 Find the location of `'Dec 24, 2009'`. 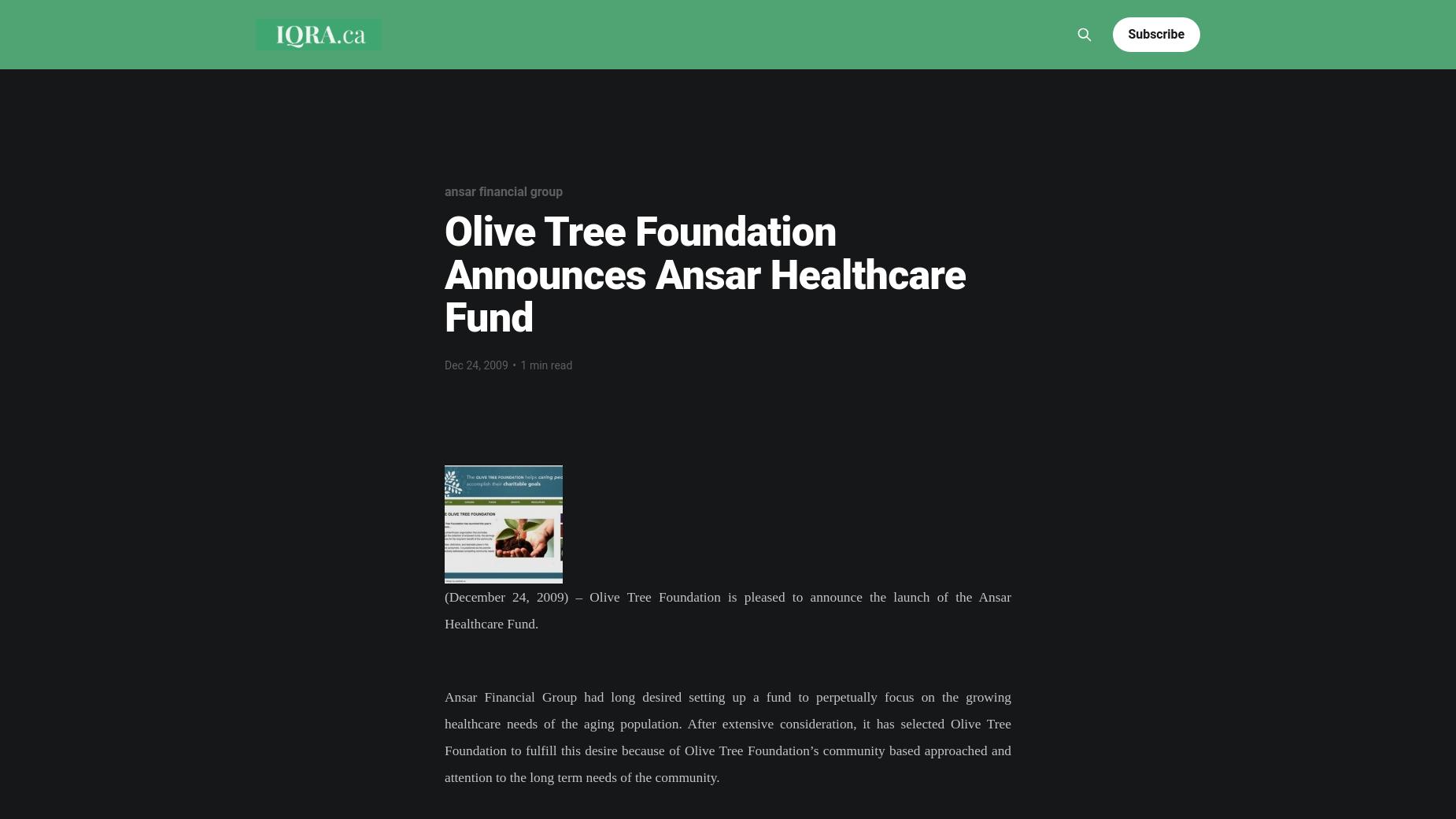

'Dec 24, 2009' is located at coordinates (475, 365).